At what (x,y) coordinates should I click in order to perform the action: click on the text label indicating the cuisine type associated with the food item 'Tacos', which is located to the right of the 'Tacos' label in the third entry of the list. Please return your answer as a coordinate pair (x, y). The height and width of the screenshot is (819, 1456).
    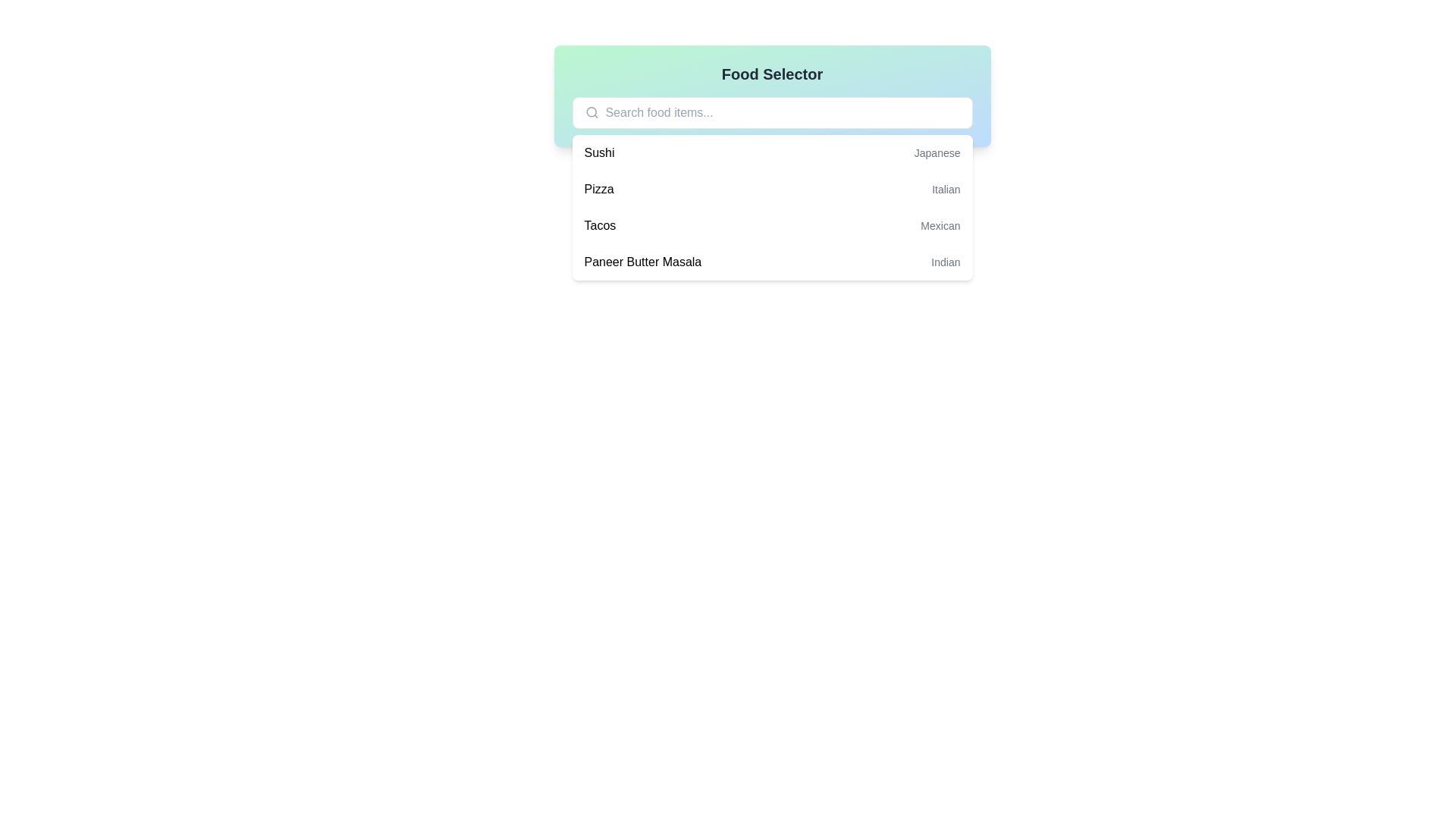
    Looking at the image, I should click on (940, 225).